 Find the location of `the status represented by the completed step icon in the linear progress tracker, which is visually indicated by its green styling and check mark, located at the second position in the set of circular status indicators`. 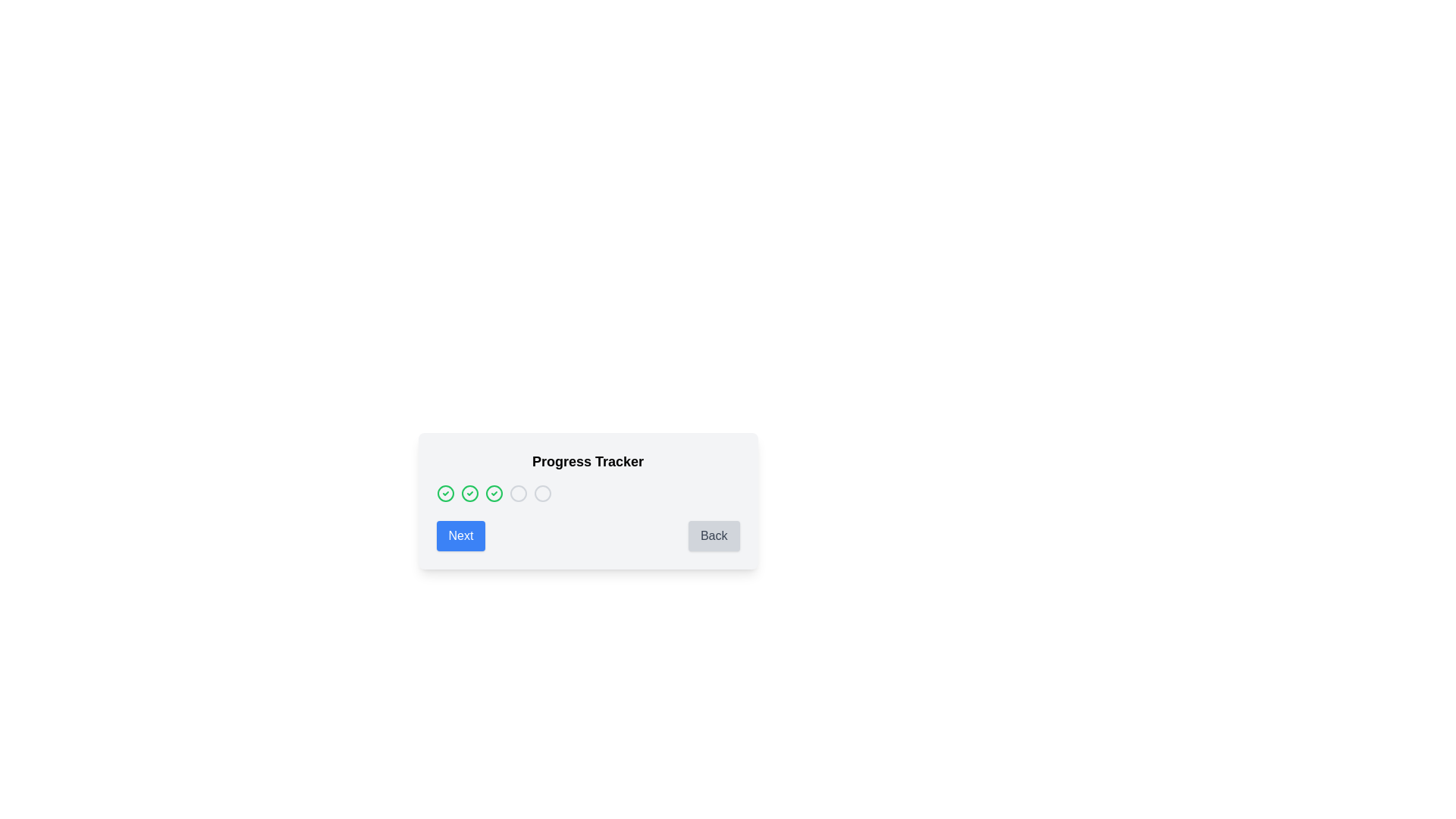

the status represented by the completed step icon in the linear progress tracker, which is visually indicated by its green styling and check mark, located at the second position in the set of circular status indicators is located at coordinates (444, 494).